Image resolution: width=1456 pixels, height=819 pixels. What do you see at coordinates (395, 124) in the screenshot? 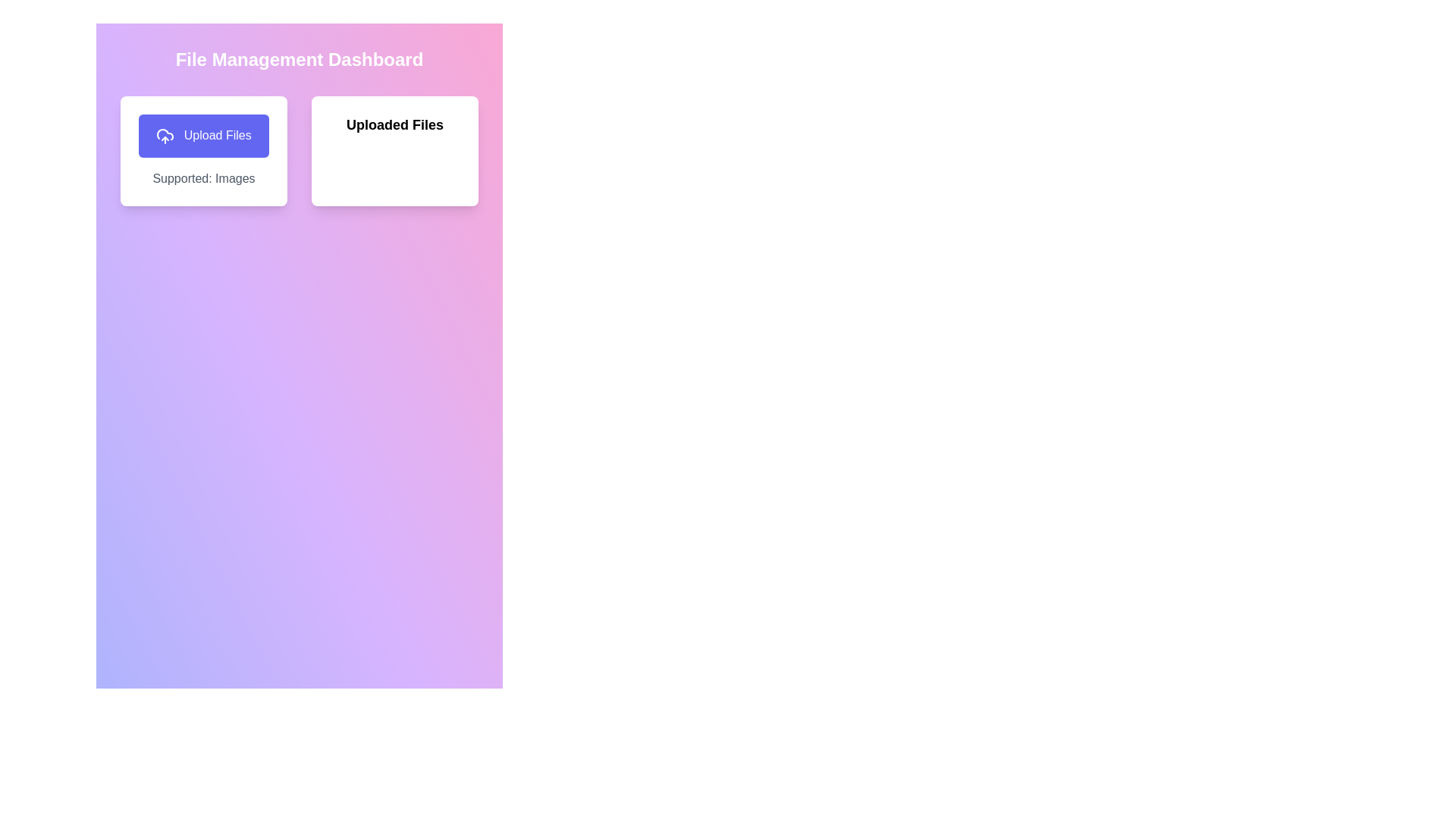
I see `the 'Uploaded Files' text label, which is displayed in bold and centrally aligned within the right card of the interface` at bounding box center [395, 124].